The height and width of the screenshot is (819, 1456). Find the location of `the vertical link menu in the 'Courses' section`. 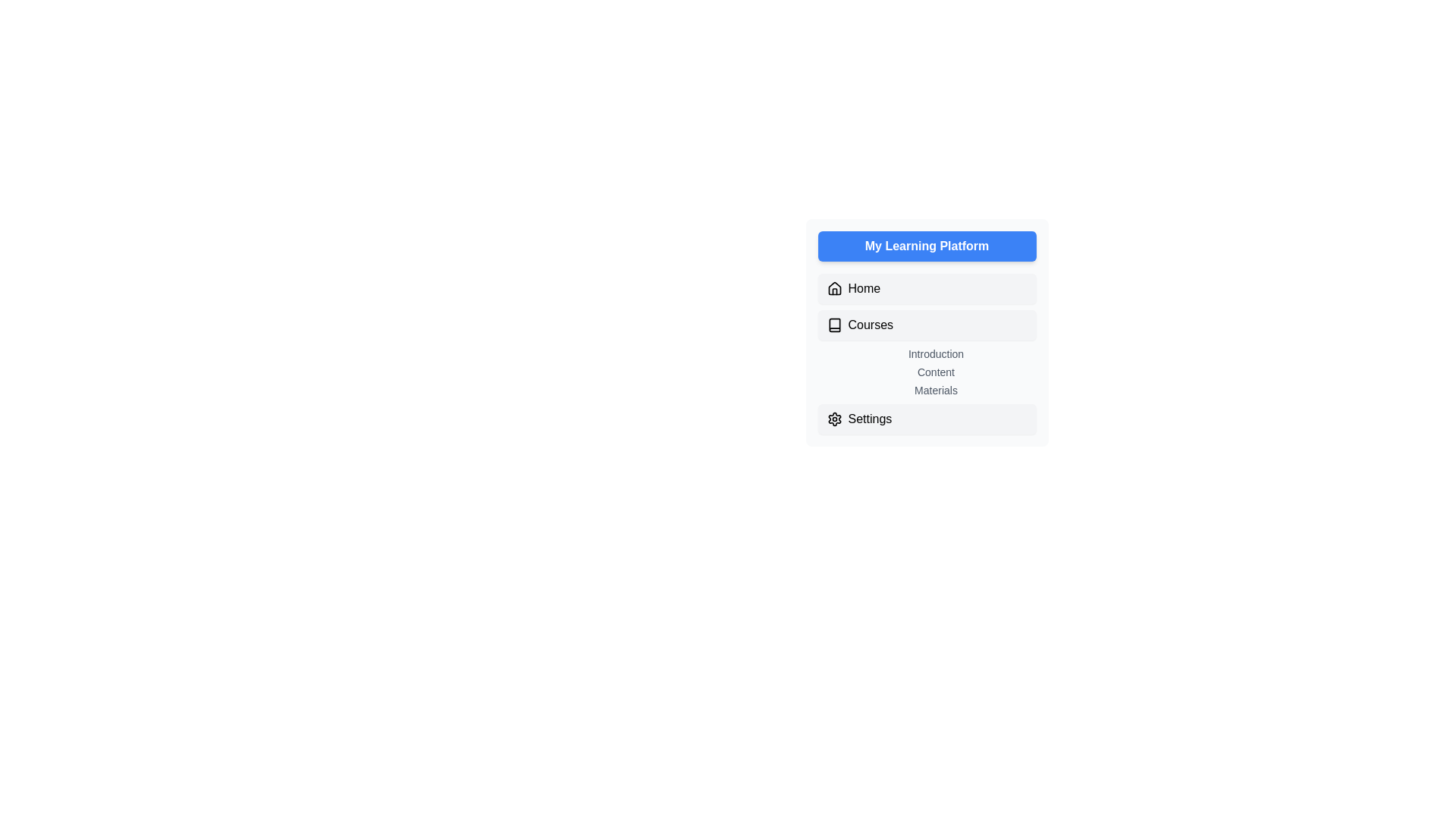

the vertical link menu in the 'Courses' section is located at coordinates (935, 372).